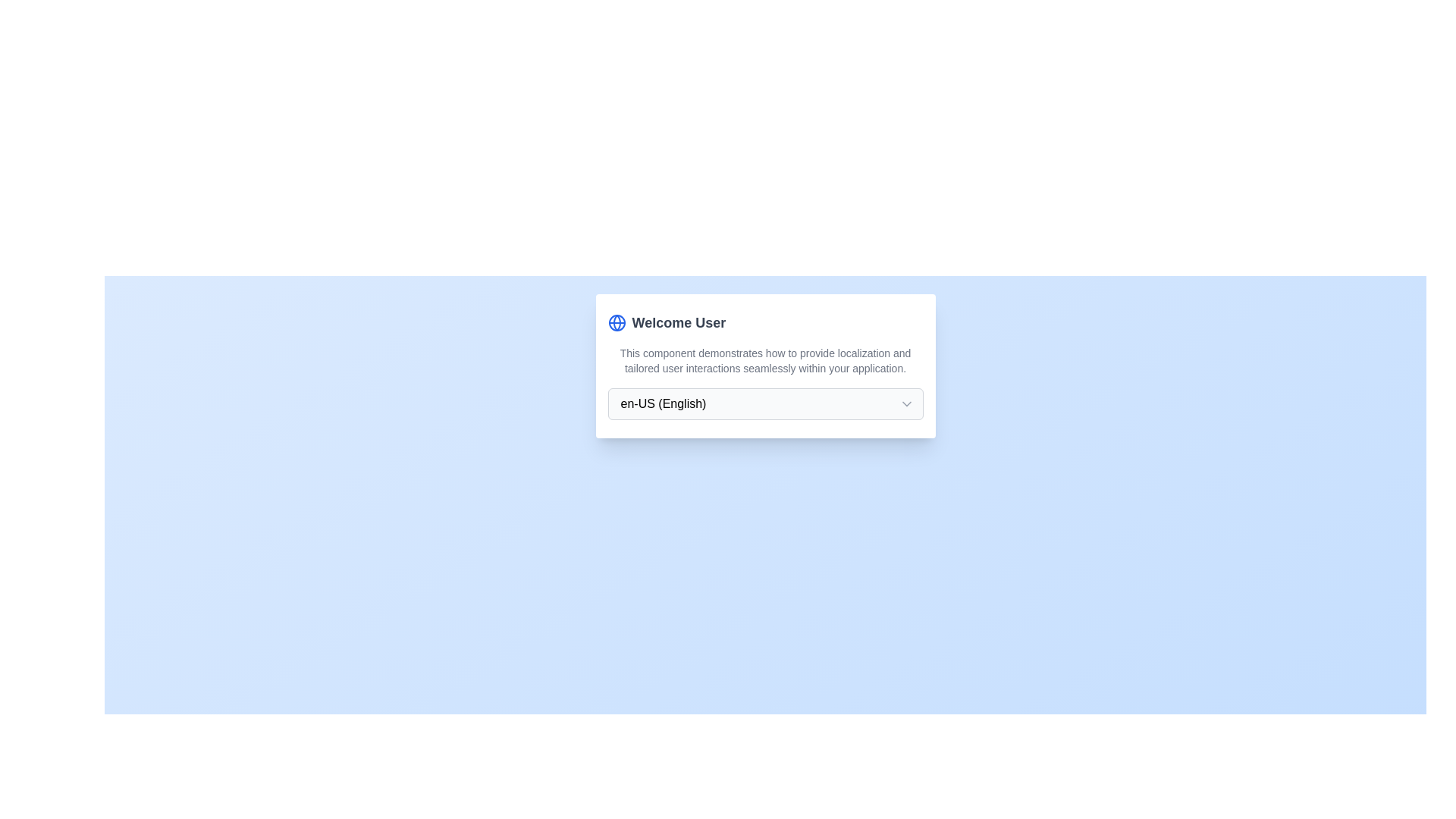  I want to click on the downward chevron arrow icon located at the right end of the text input field labeled 'en-US (English)', so click(906, 403).